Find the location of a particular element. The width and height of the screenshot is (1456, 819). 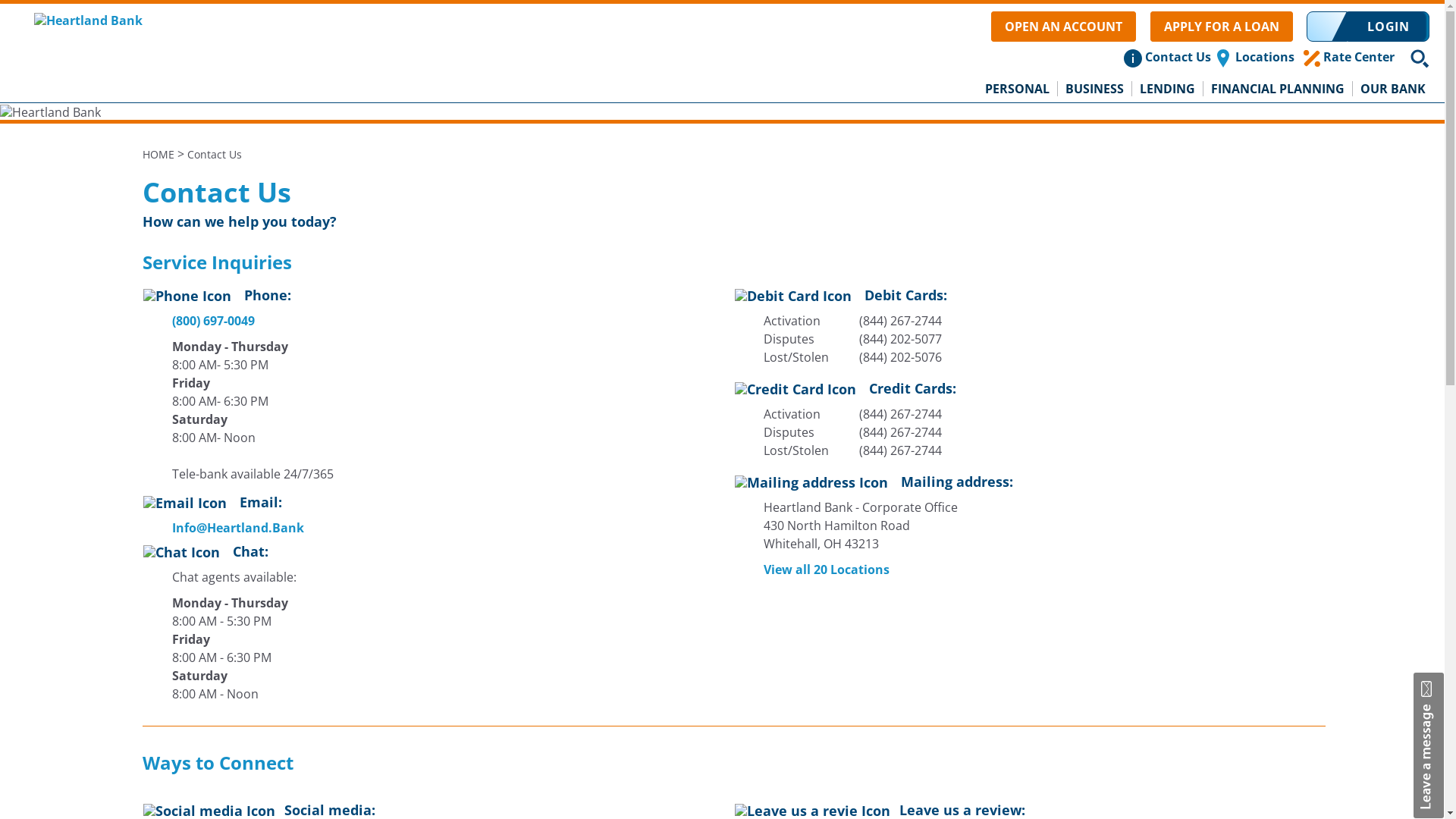

'LOGIN' is located at coordinates (1388, 26).